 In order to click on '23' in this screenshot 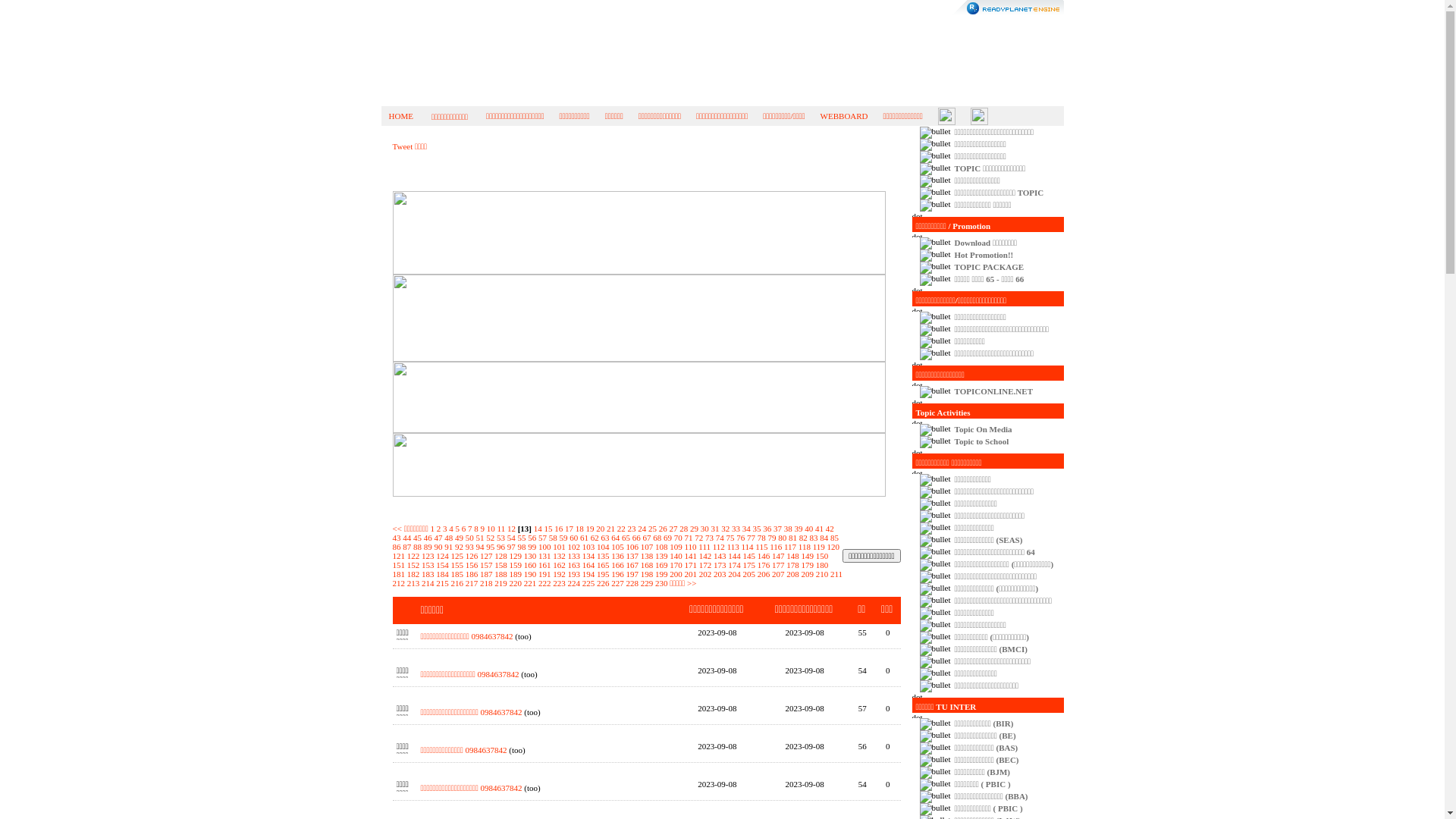, I will do `click(626, 528)`.